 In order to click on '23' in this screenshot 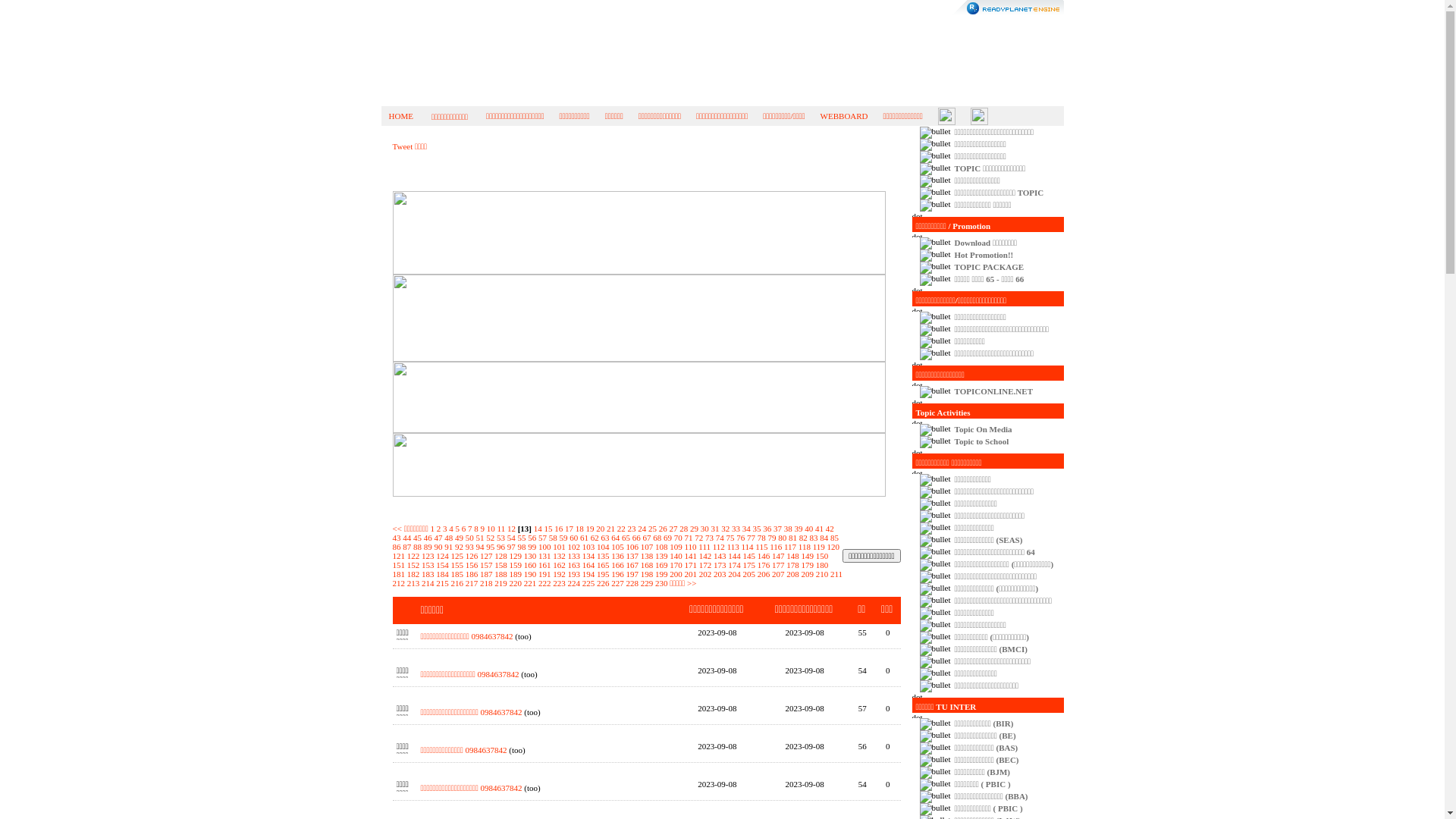, I will do `click(626, 528)`.